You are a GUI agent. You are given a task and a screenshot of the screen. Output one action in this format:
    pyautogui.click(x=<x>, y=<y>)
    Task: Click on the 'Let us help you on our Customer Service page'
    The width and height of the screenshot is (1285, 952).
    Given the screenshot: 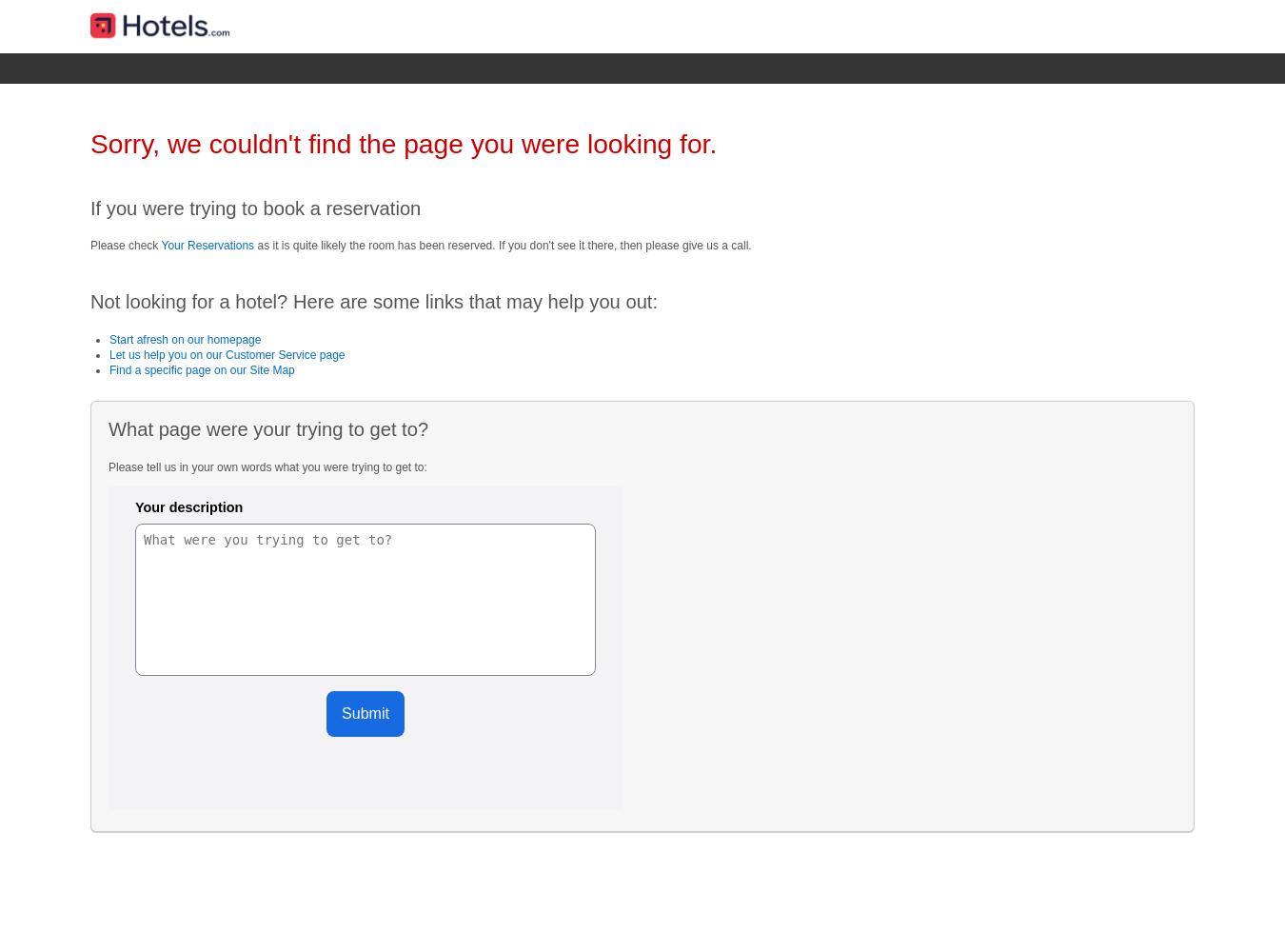 What is the action you would take?
    pyautogui.click(x=109, y=353)
    